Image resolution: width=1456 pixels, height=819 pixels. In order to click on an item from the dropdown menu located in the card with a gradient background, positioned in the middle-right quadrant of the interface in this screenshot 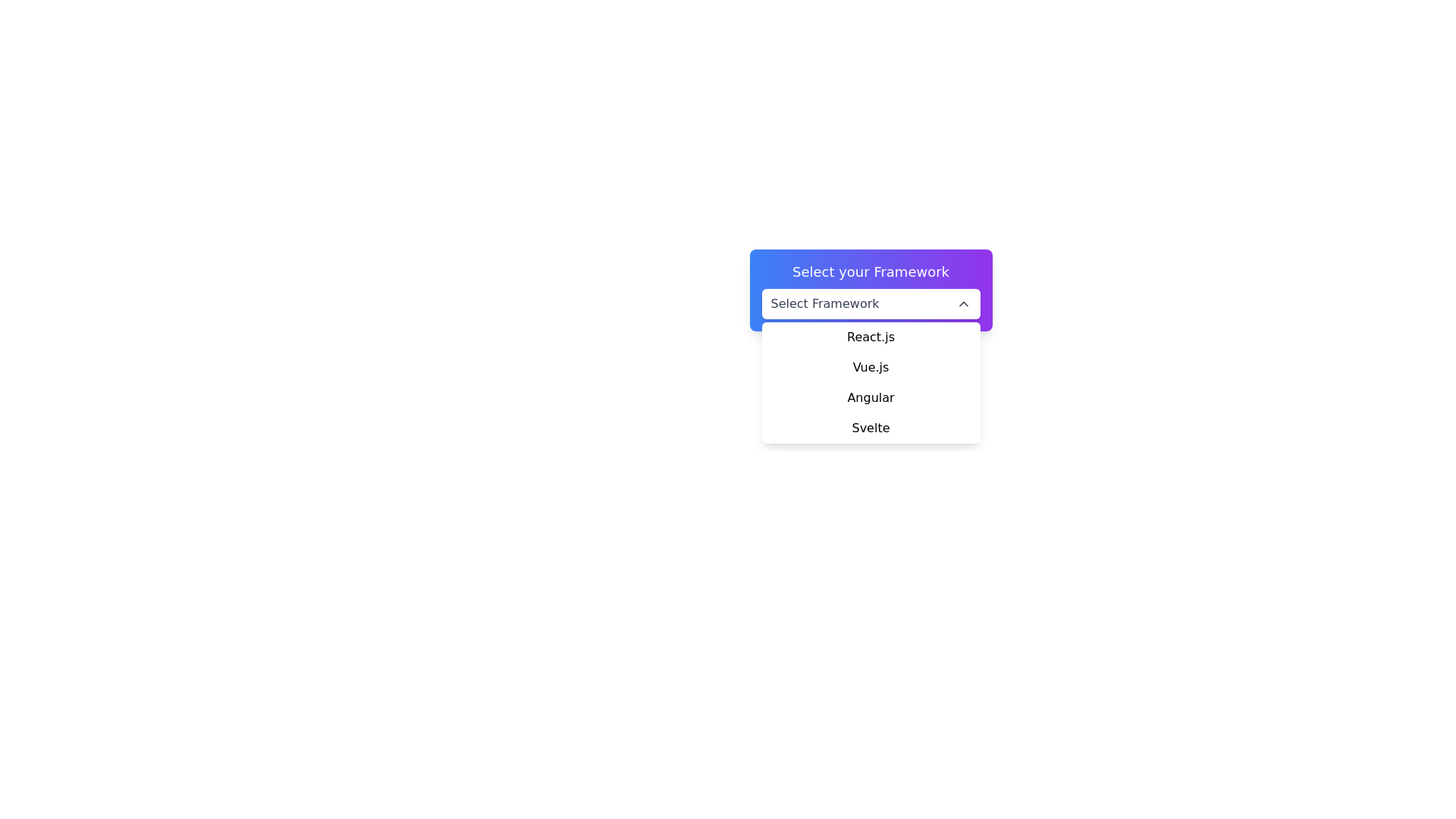, I will do `click(871, 290)`.